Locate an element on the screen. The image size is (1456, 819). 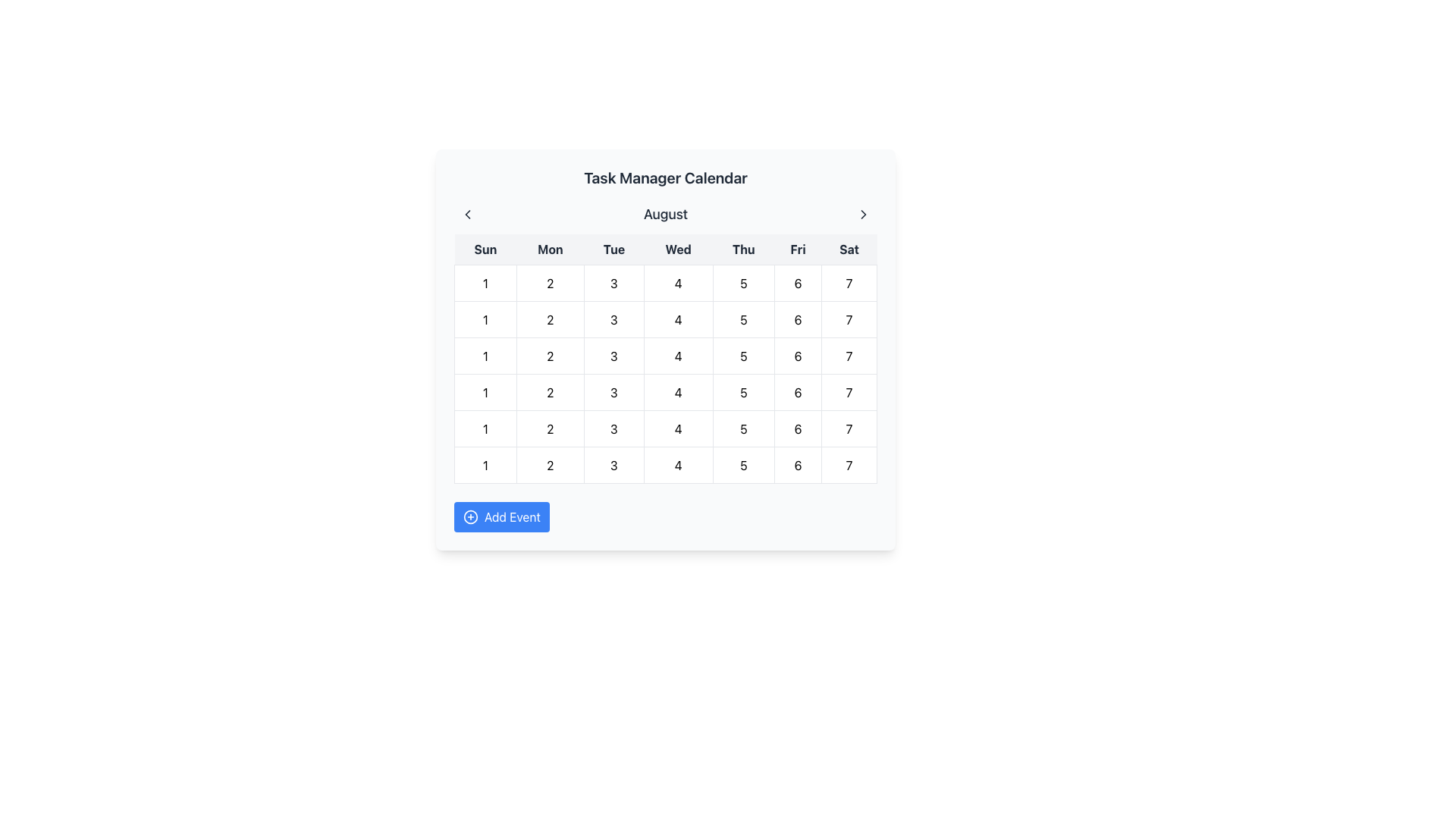
the calendar cell representing day 1 (Sunday) is located at coordinates (485, 428).